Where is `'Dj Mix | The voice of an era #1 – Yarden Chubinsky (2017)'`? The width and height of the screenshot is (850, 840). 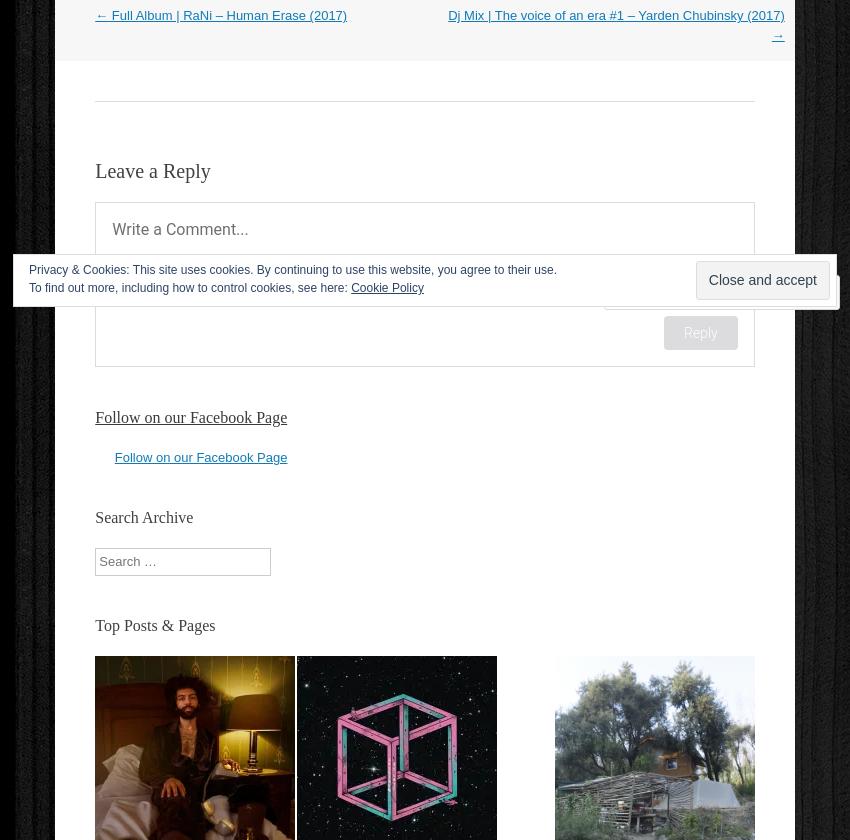 'Dj Mix | The voice of an era #1 – Yarden Chubinsky (2017)' is located at coordinates (614, 15).